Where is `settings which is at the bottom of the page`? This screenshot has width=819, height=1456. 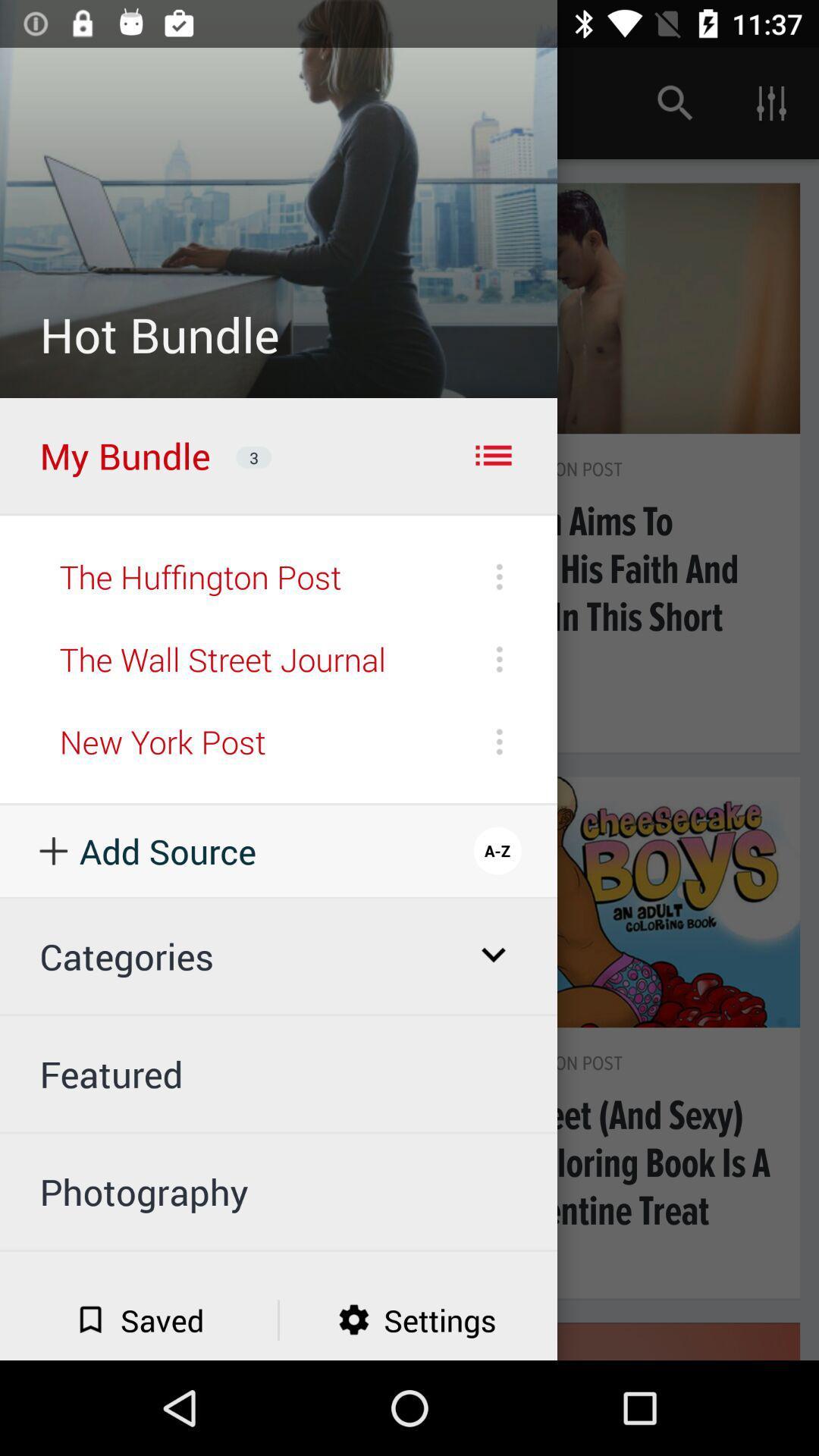
settings which is at the bottom of the page is located at coordinates (418, 1319).